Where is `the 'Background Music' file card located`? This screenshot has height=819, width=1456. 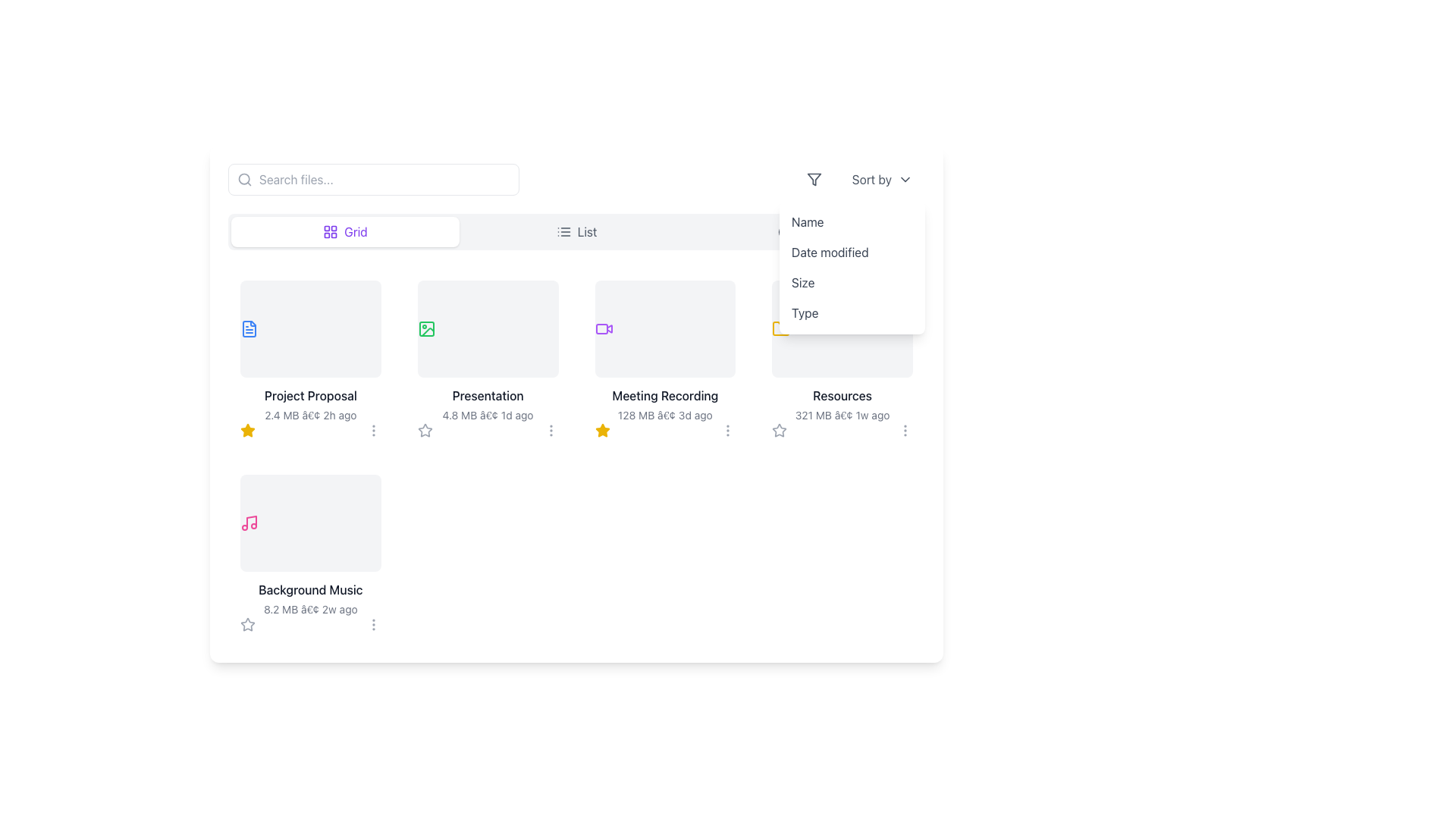
the 'Background Music' file card located is located at coordinates (309, 546).